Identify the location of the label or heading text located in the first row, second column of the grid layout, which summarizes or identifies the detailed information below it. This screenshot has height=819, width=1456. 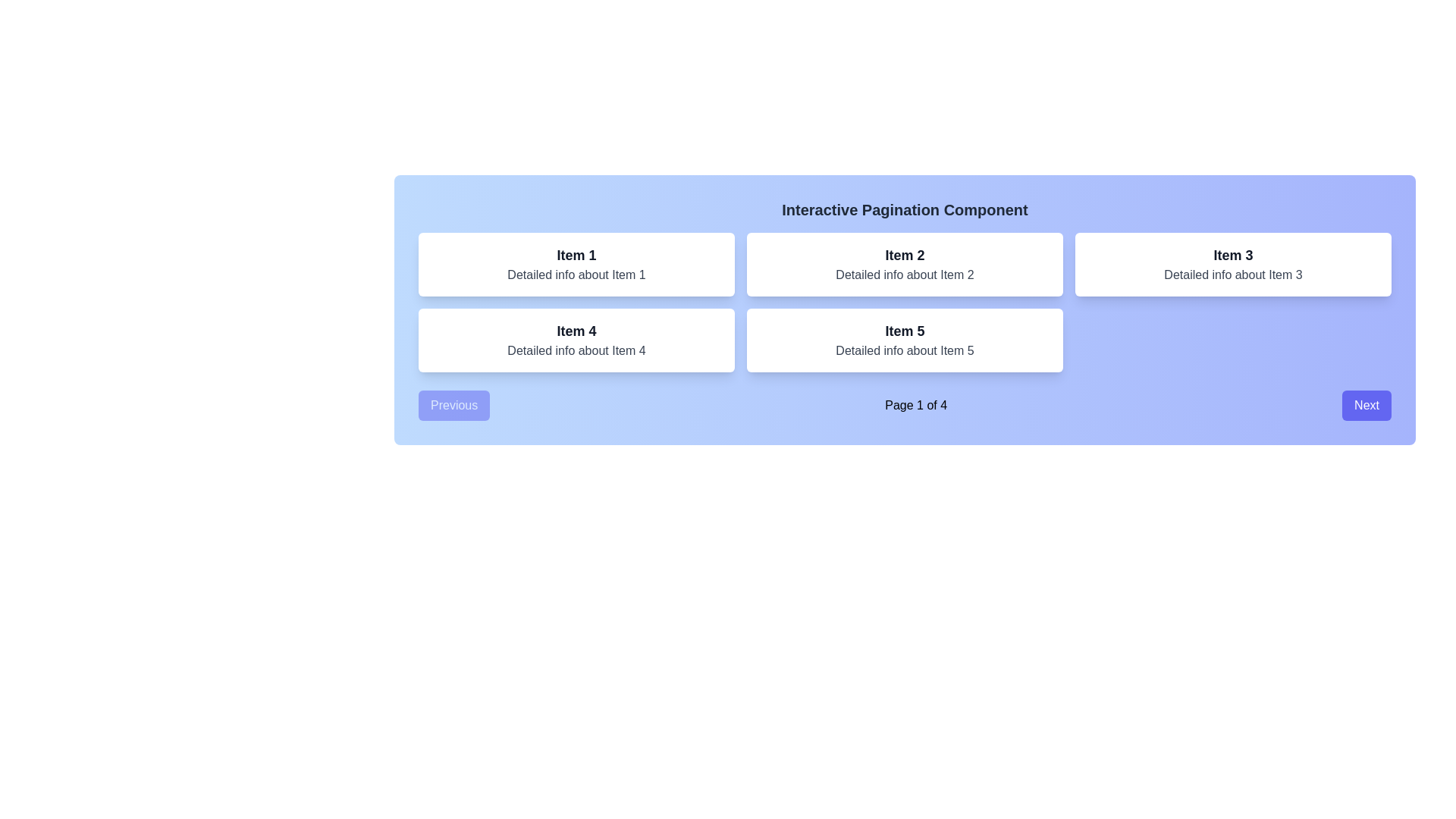
(905, 254).